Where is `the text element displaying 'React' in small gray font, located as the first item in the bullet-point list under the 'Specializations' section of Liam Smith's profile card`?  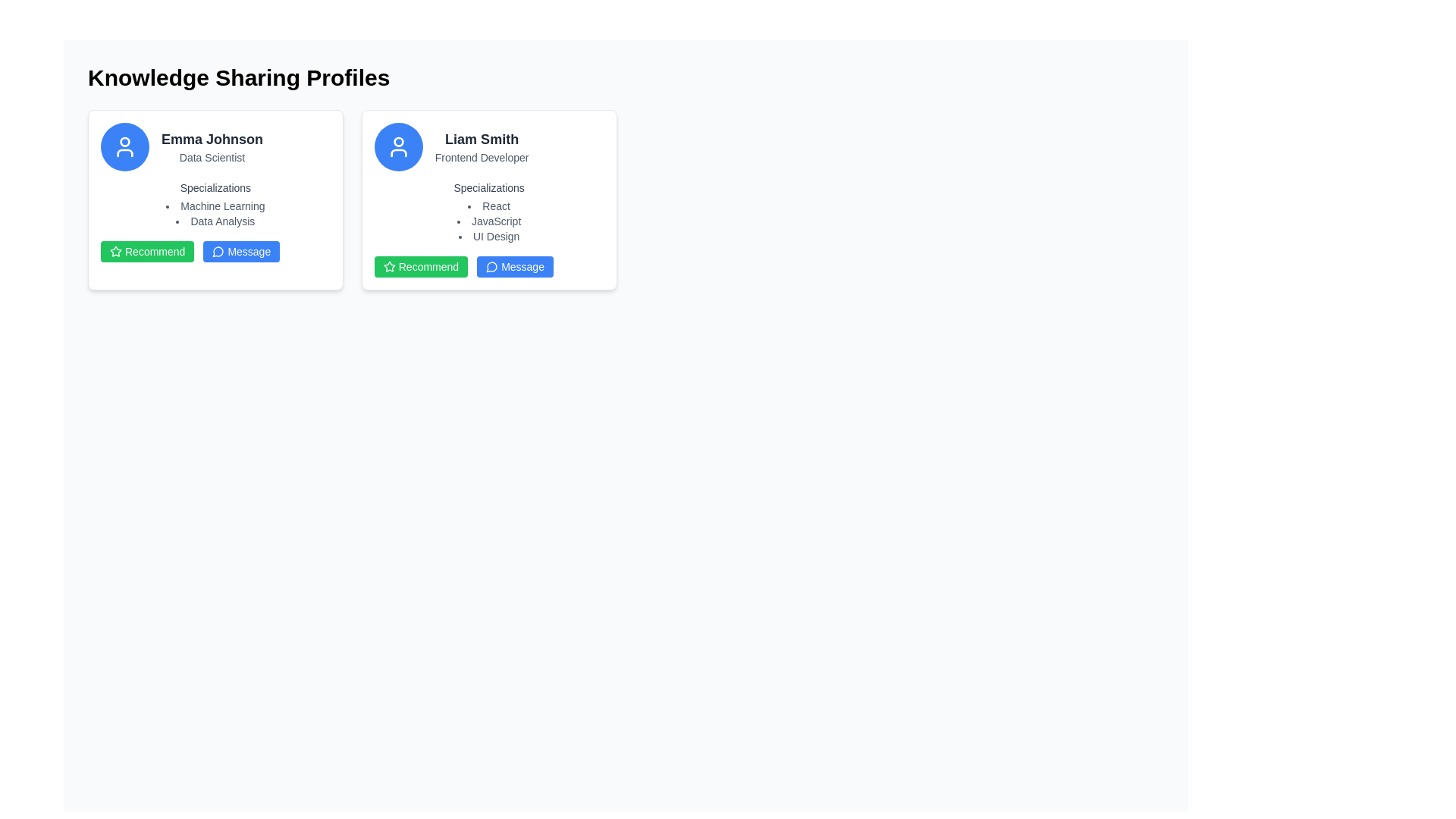
the text element displaying 'React' in small gray font, located as the first item in the bullet-point list under the 'Specializations' section of Liam Smith's profile card is located at coordinates (489, 206).